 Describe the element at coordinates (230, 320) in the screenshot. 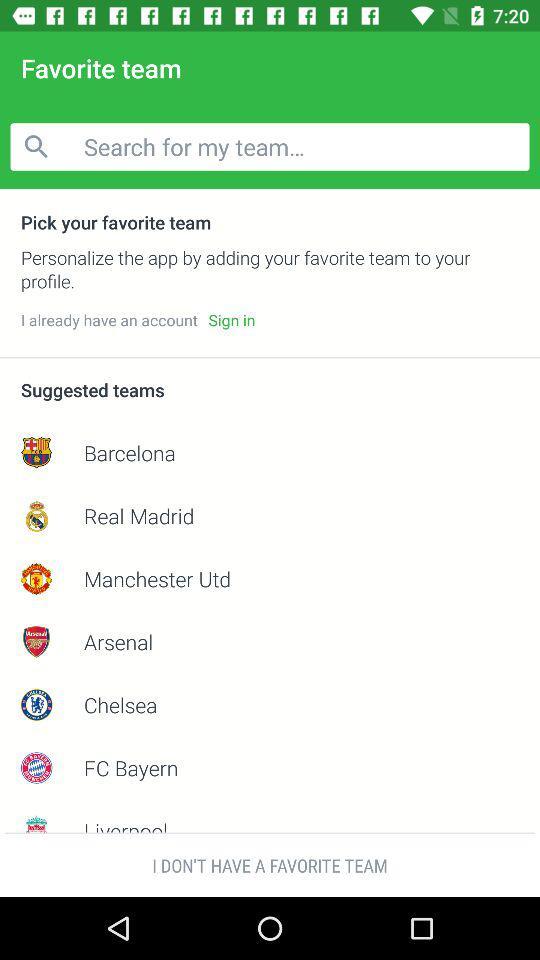

I see `the item to the right of i already have` at that location.